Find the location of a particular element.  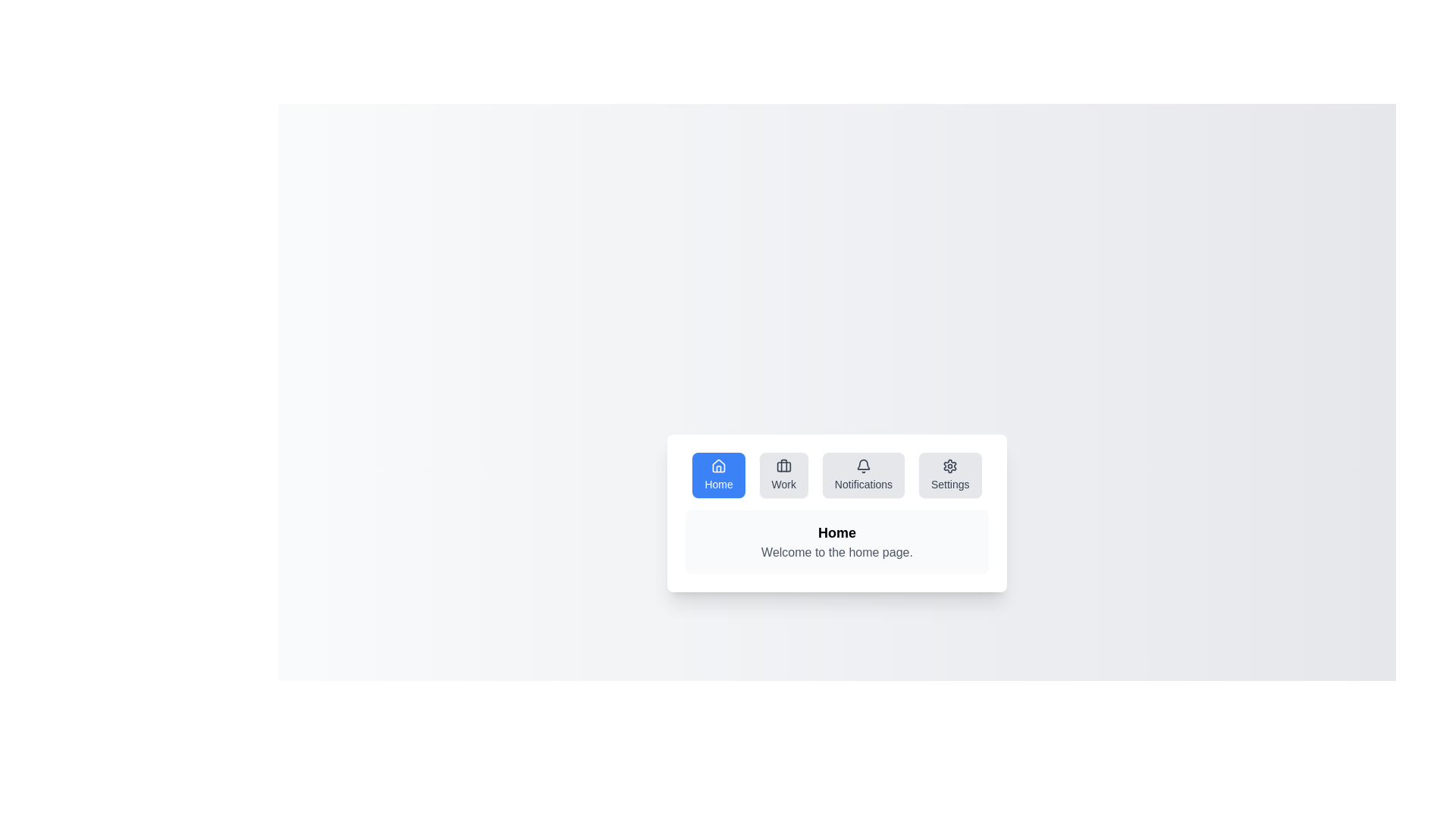

the gear-shaped icon representing settings functionality located at the far right of the navigation bar is located at coordinates (949, 465).